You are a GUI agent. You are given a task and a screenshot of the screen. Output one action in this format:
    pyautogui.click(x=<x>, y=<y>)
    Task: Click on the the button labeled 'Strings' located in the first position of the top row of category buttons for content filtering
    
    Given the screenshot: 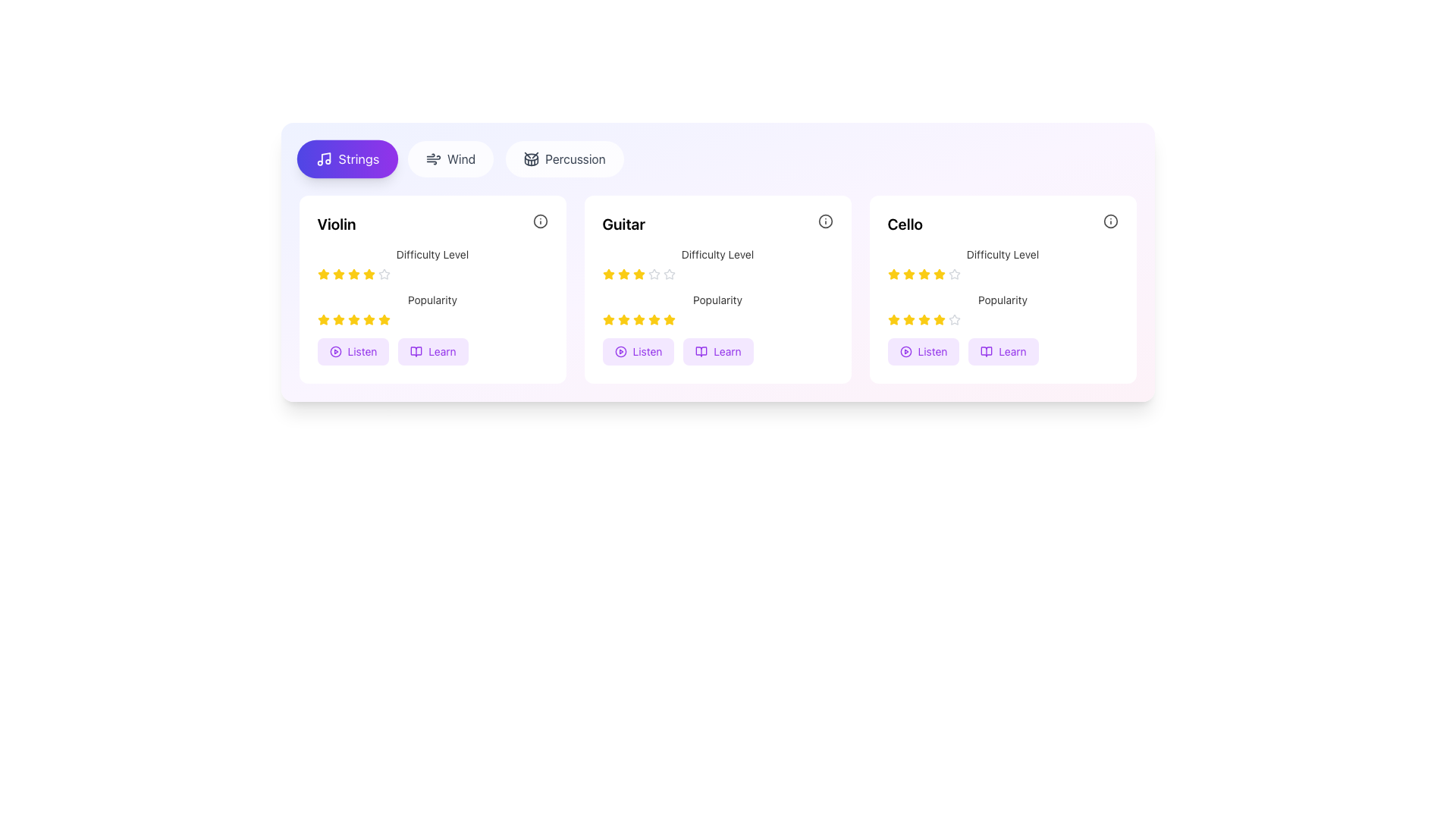 What is the action you would take?
    pyautogui.click(x=357, y=158)
    